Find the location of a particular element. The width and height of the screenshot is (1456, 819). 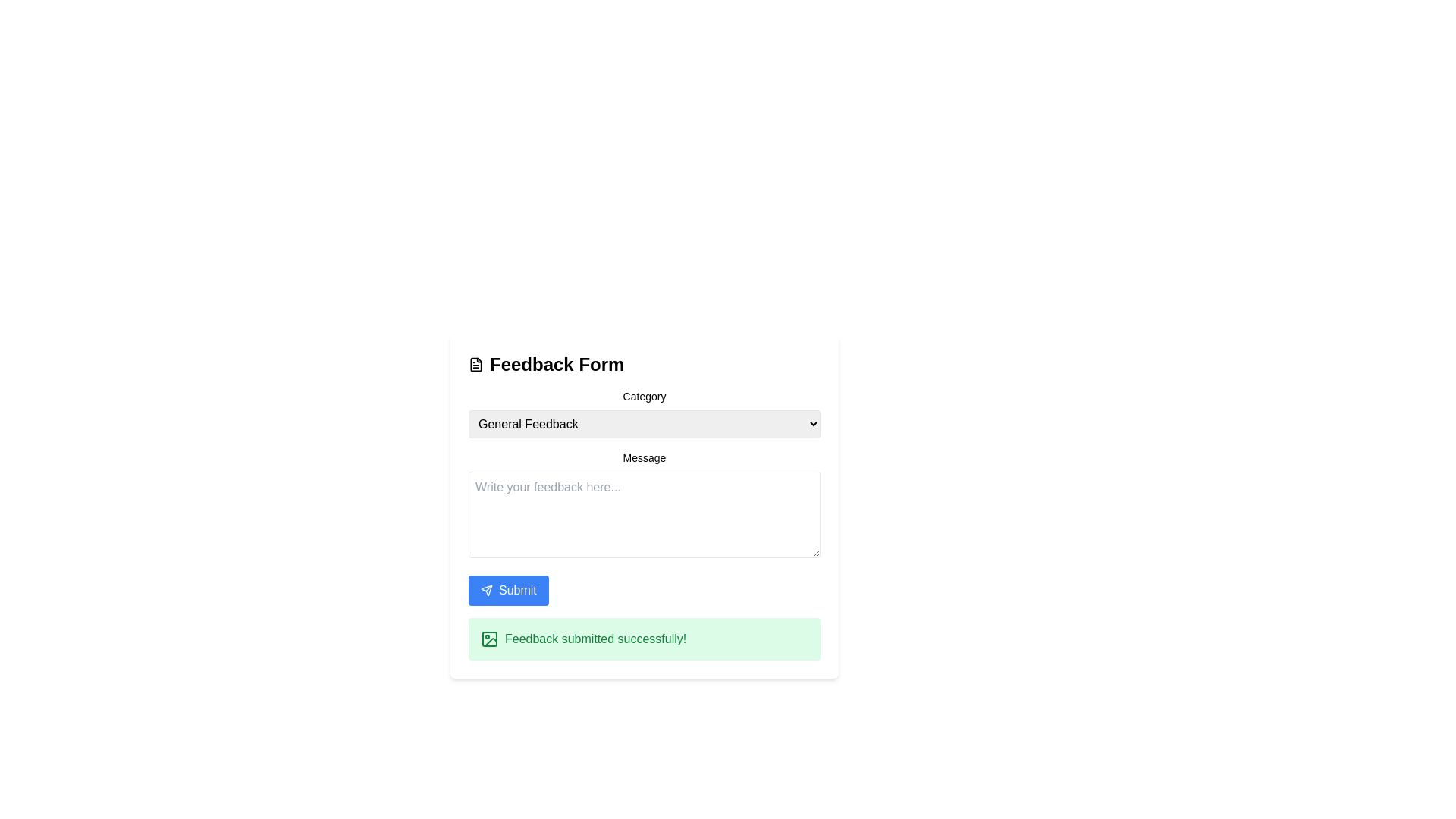

the decorative icon representing documentation located to the left of the 'Feedback Form' text in the header of the feedback form panel is located at coordinates (475, 365).